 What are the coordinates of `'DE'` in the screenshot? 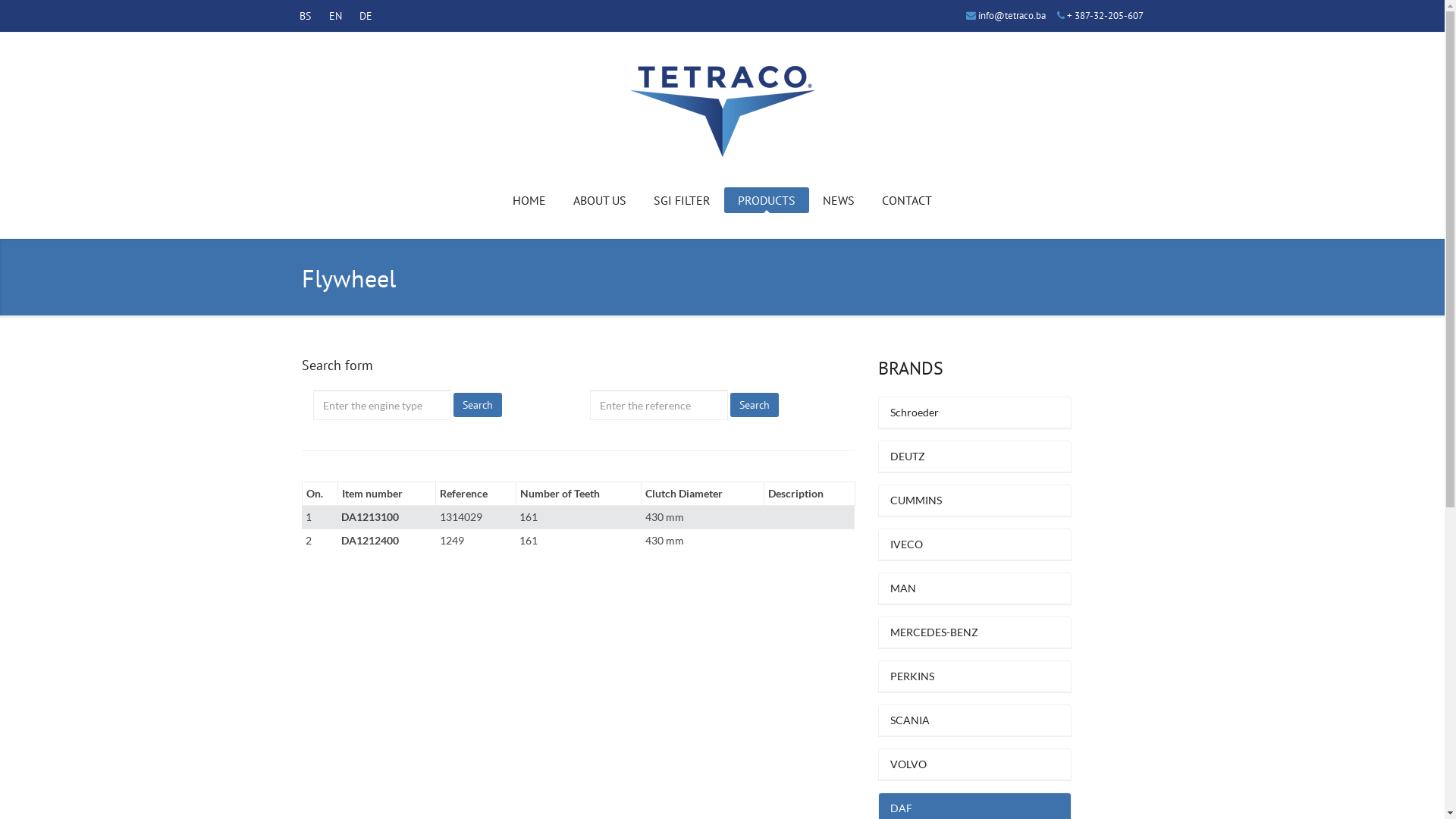 It's located at (365, 15).